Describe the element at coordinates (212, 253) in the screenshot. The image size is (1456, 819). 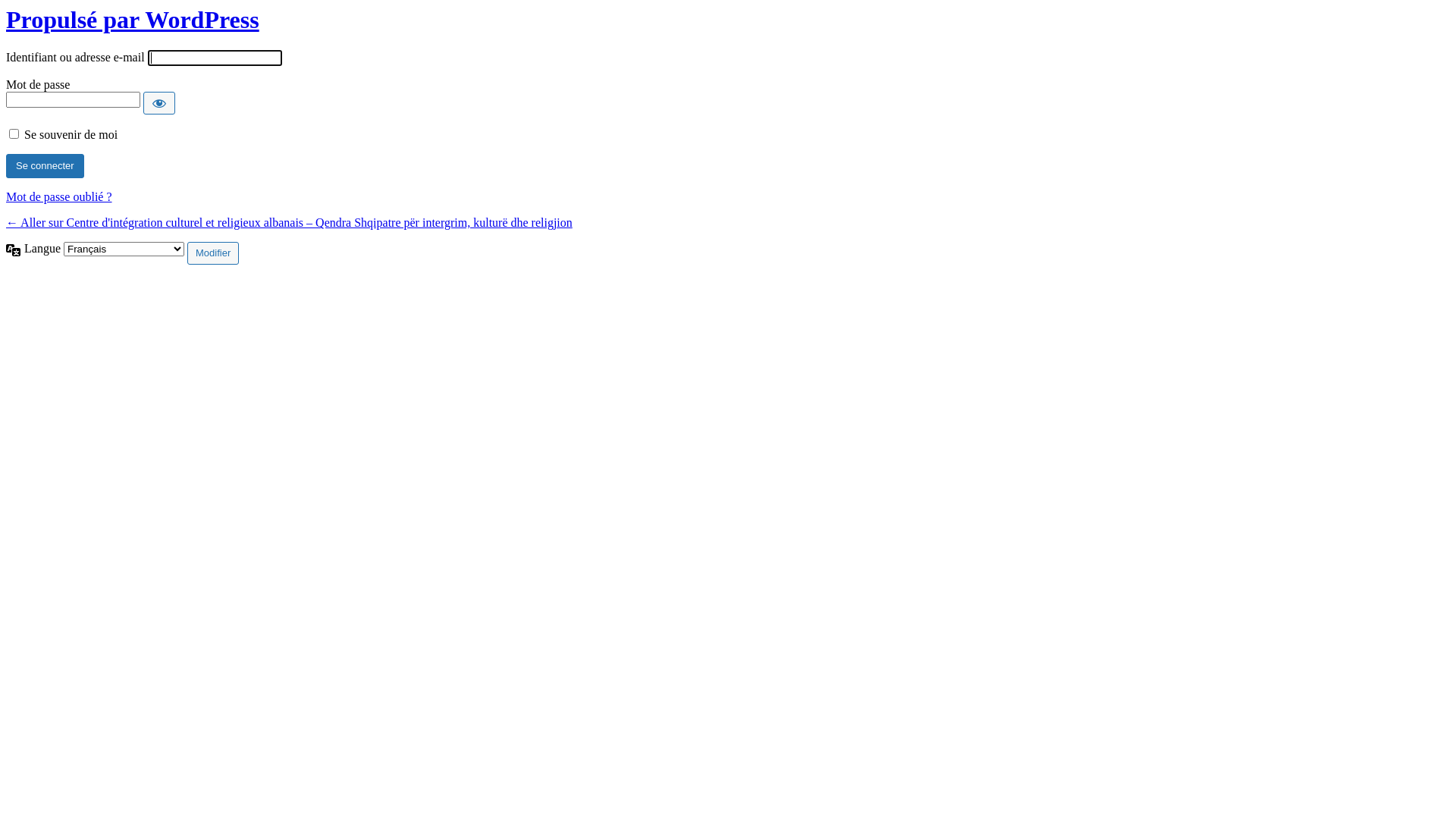
I see `'Modifier'` at that location.